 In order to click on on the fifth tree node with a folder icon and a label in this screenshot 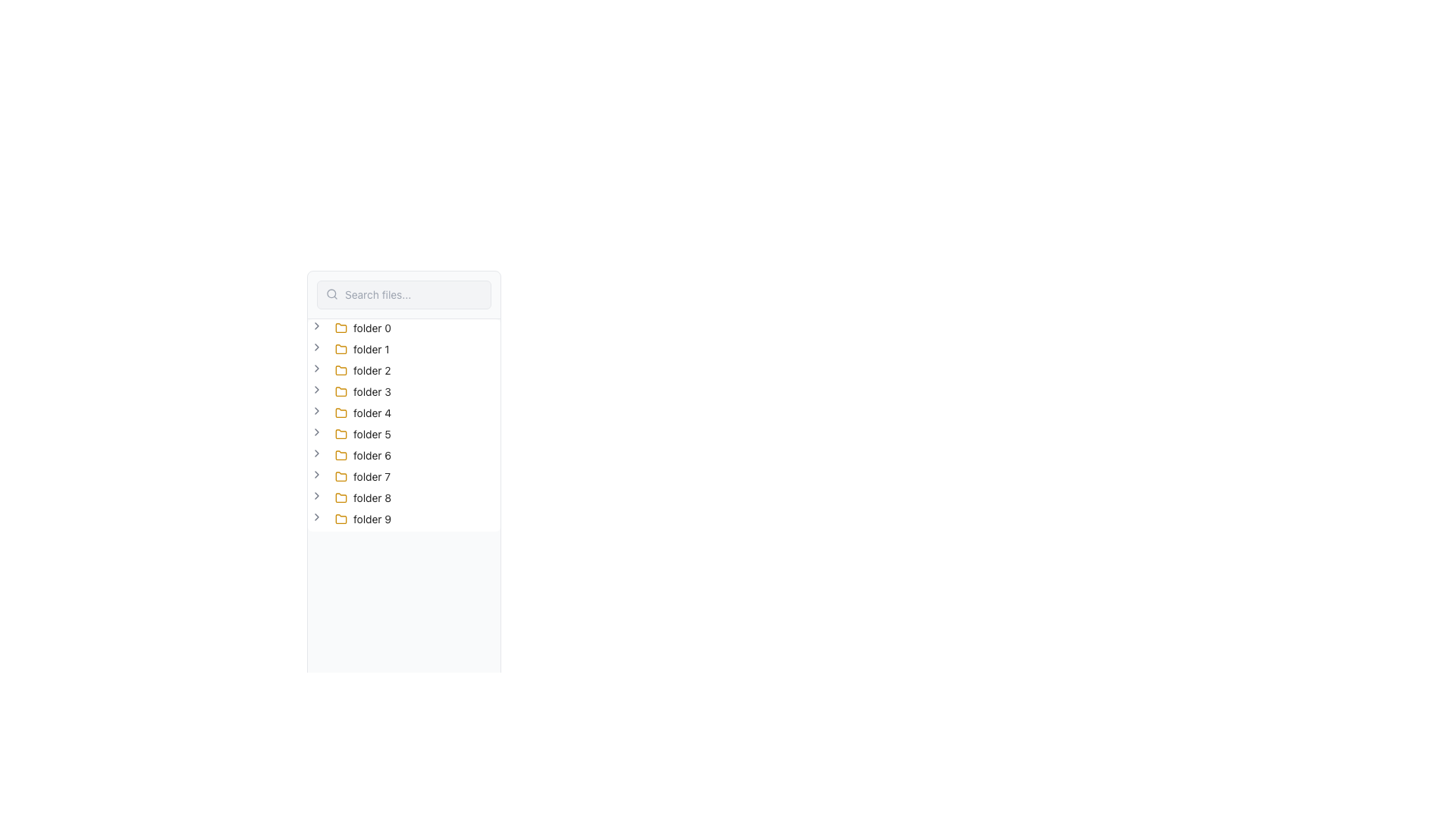, I will do `click(362, 413)`.